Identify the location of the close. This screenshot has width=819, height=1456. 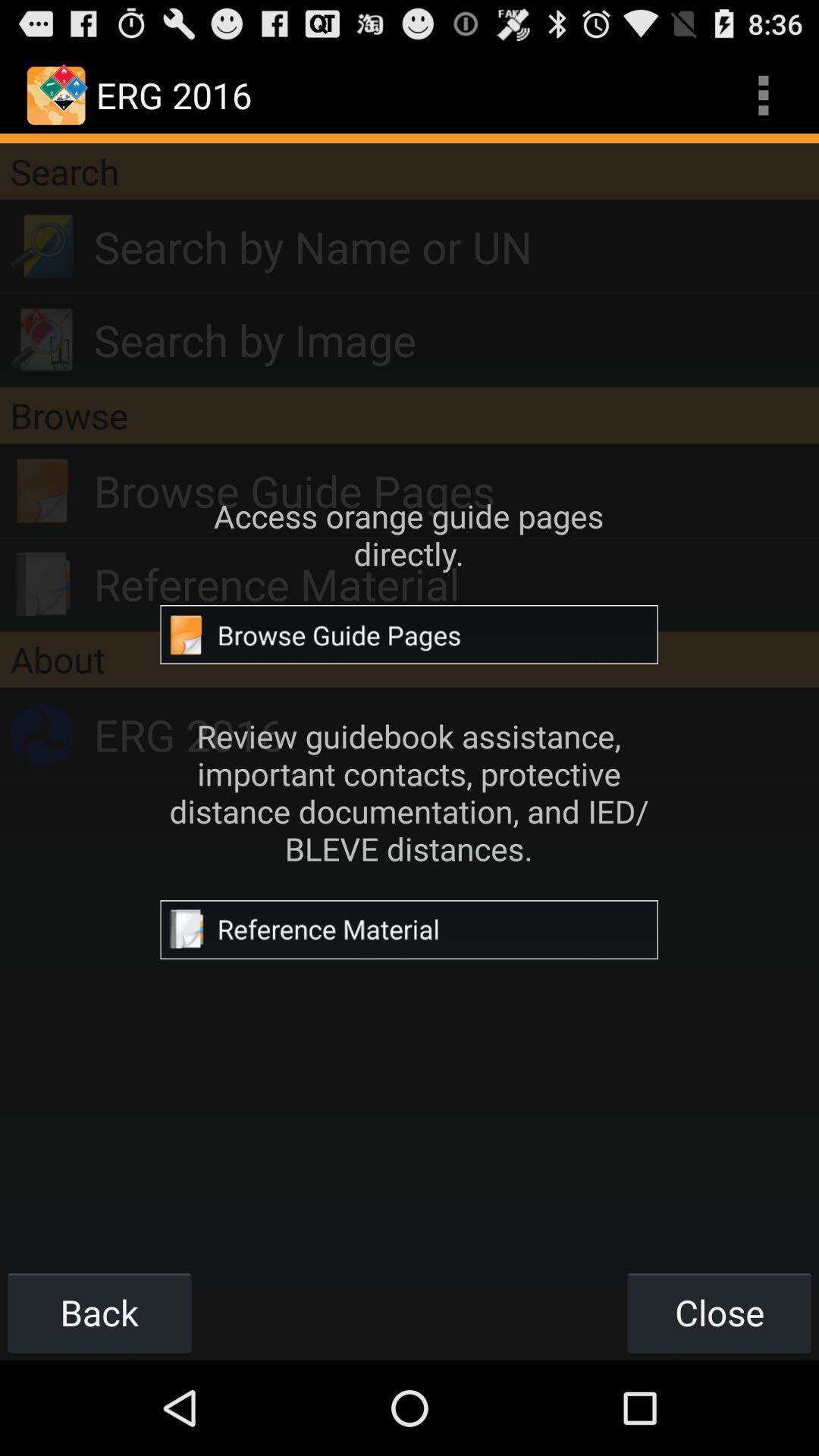
(718, 1312).